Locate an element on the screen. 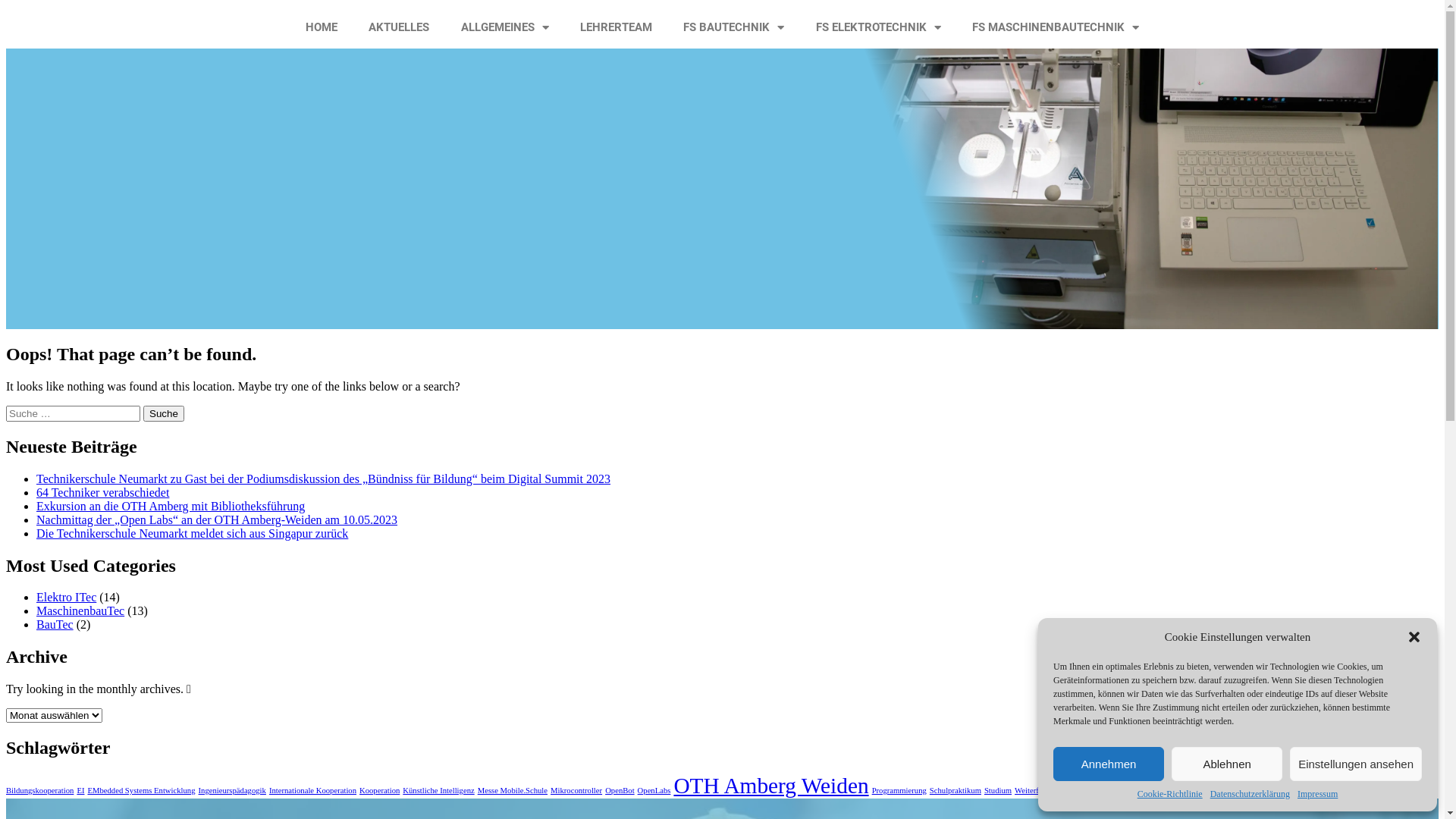 The height and width of the screenshot is (819, 1456). 'Elektro ITec' is located at coordinates (36, 596).